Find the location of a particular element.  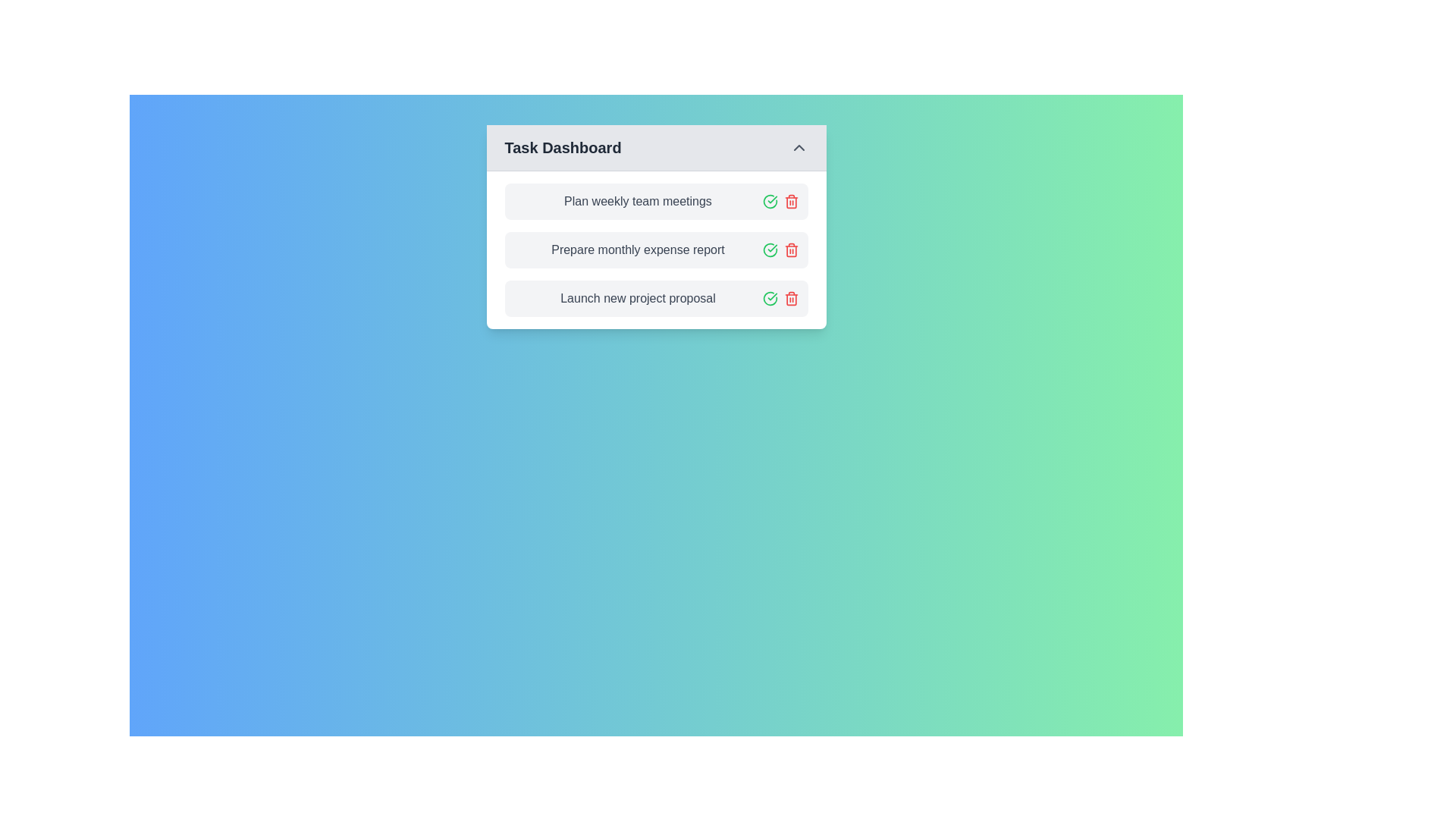

the first icon in the third task row of the 'Task Dashboard' card interface to confirm the task is located at coordinates (770, 298).